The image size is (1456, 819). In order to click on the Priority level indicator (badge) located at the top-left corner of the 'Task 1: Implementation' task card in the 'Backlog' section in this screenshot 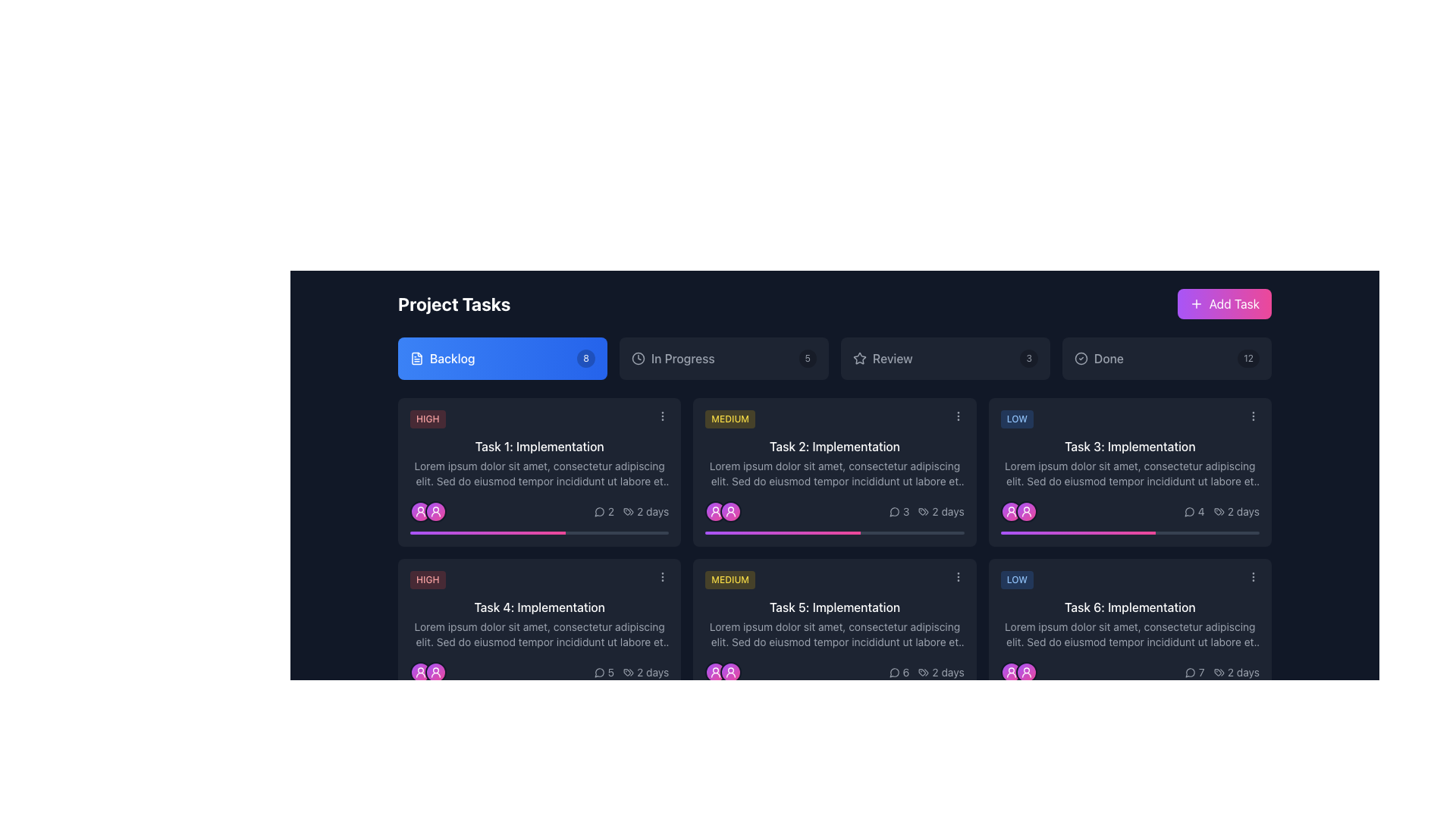, I will do `click(427, 419)`.